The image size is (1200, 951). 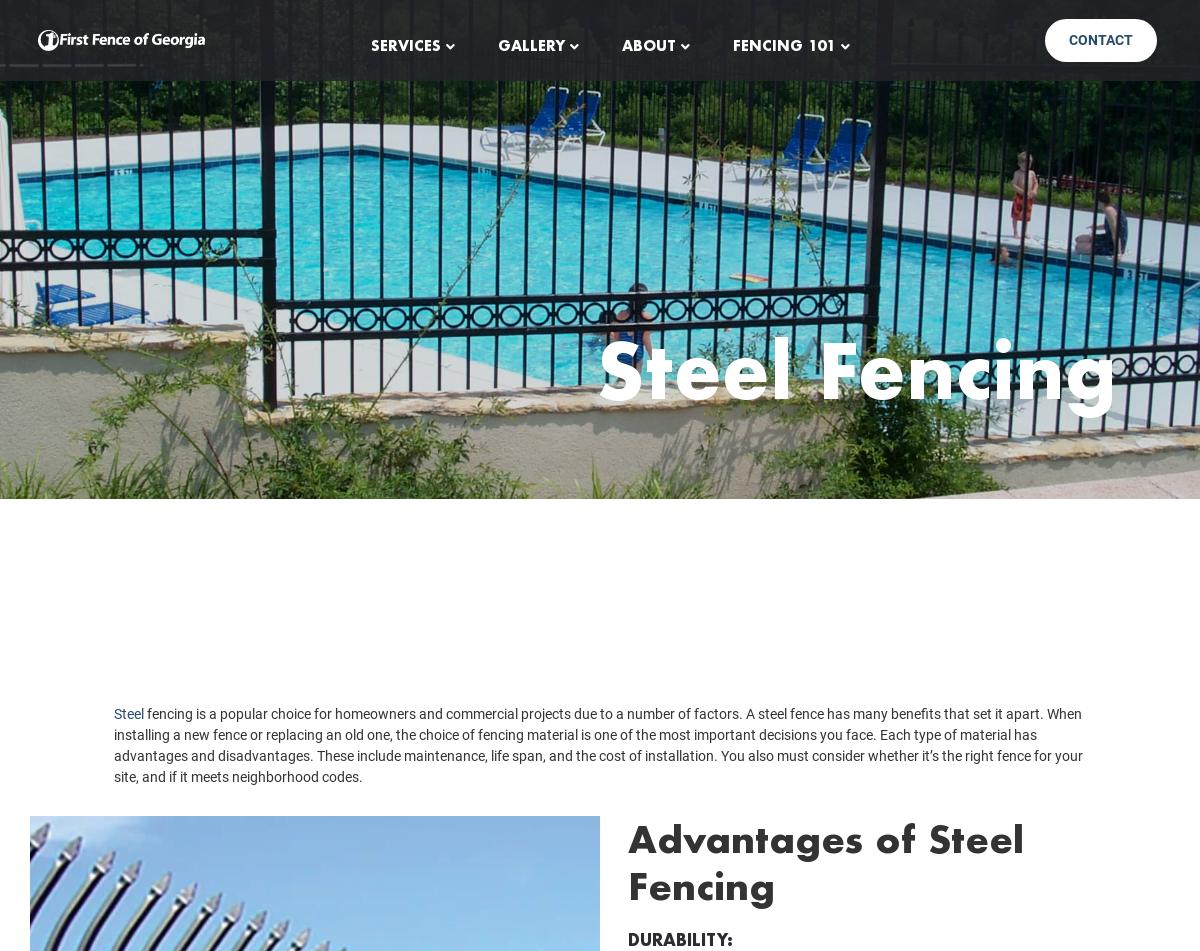 I want to click on 'First Fence of Georgia', so click(x=600, y=625).